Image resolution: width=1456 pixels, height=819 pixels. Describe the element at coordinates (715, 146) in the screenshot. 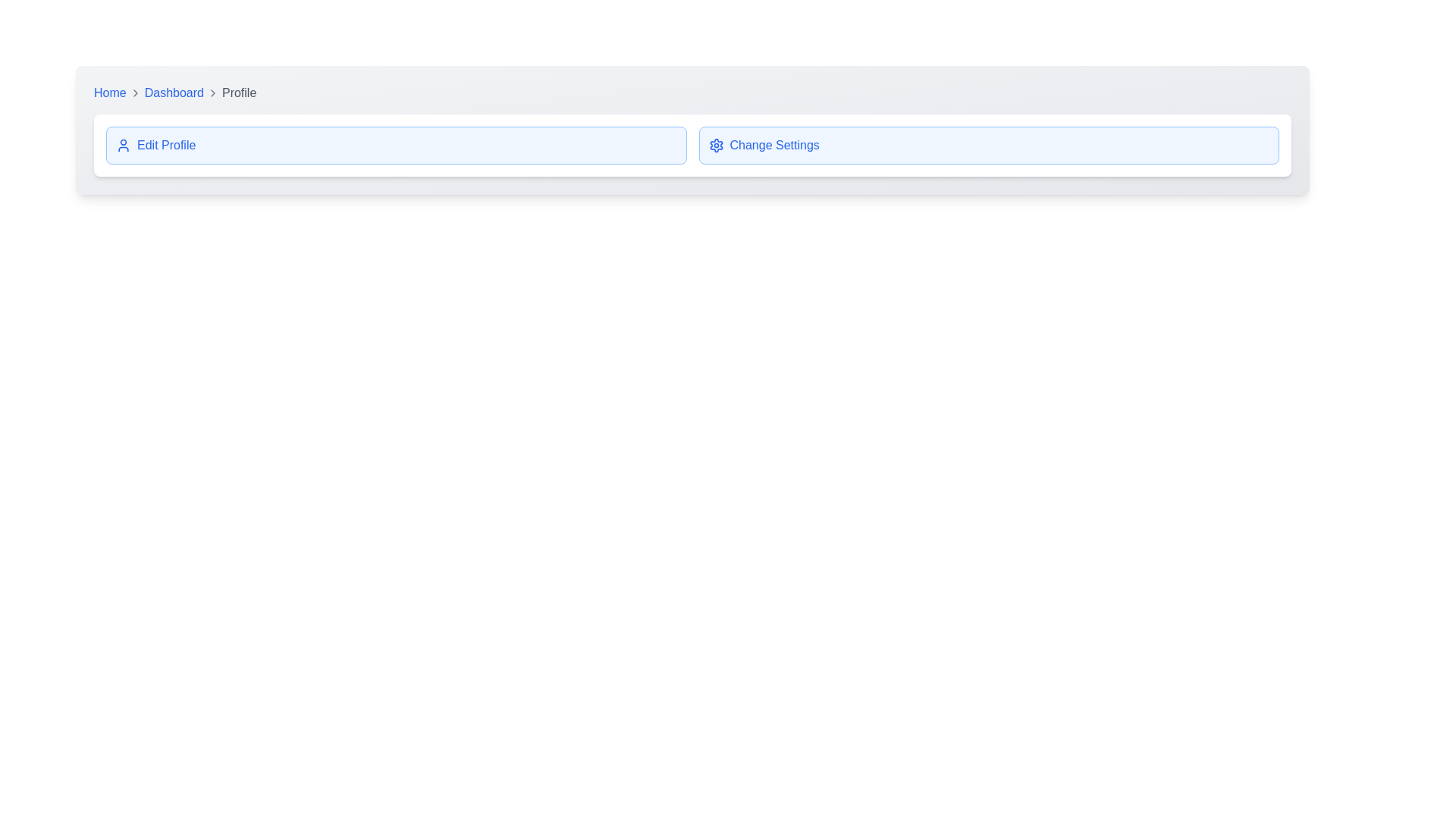

I see `the gear-shaped icon associated with settings located in the header of the user profile section` at that location.